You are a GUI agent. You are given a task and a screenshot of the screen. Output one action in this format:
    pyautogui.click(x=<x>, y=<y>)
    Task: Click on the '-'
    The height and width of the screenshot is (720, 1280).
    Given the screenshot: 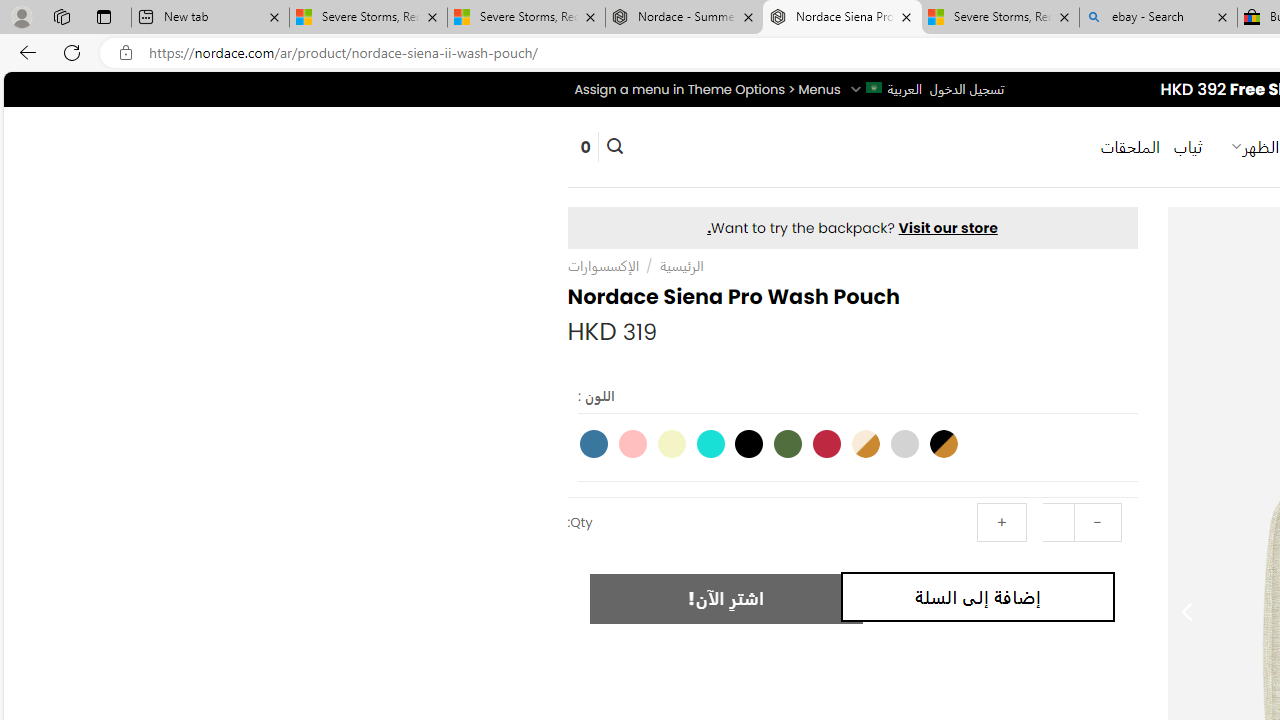 What is the action you would take?
    pyautogui.click(x=1096, y=521)
    